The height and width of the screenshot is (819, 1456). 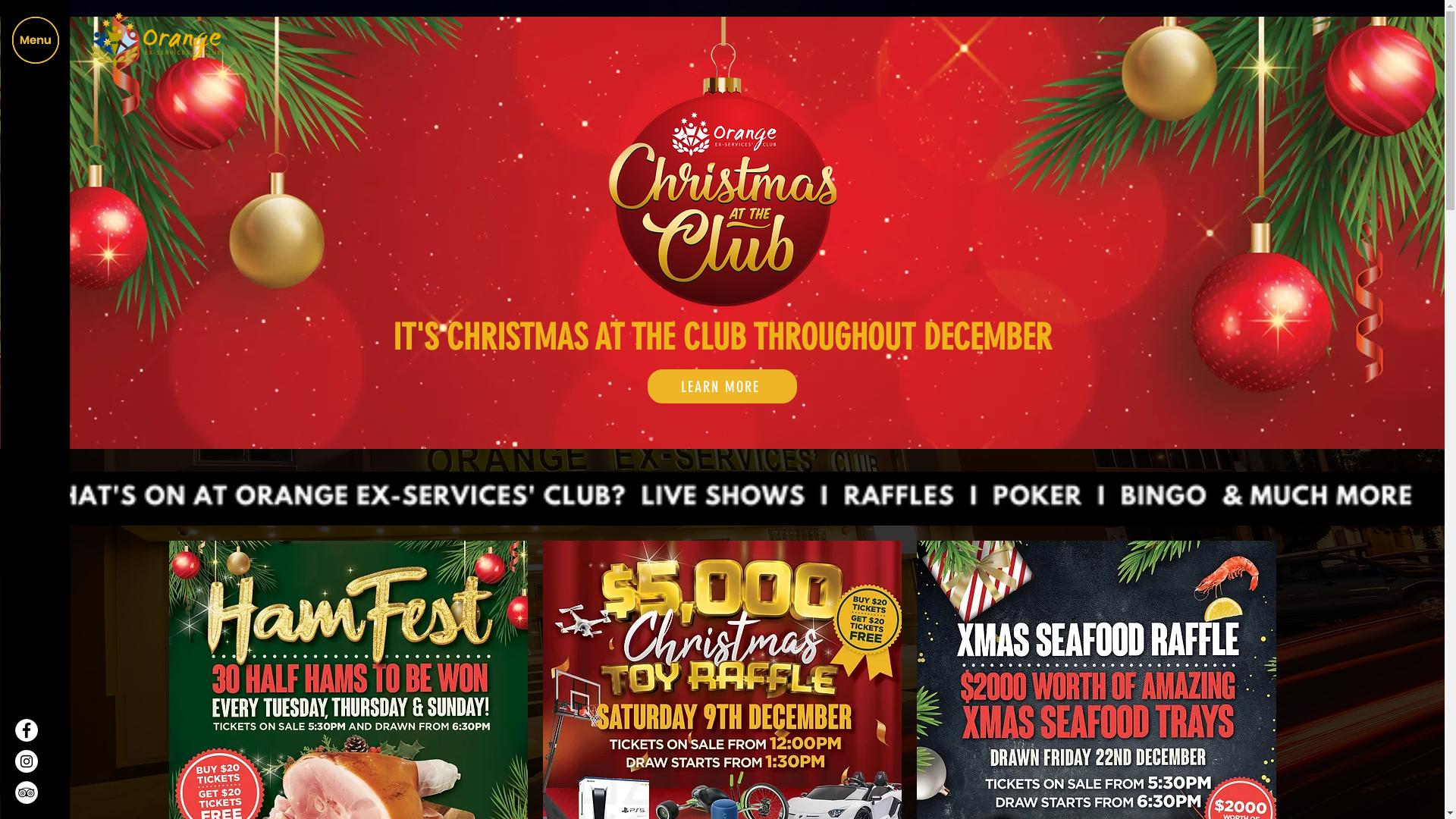 I want to click on 'LEARN MORE', so click(x=721, y=385).